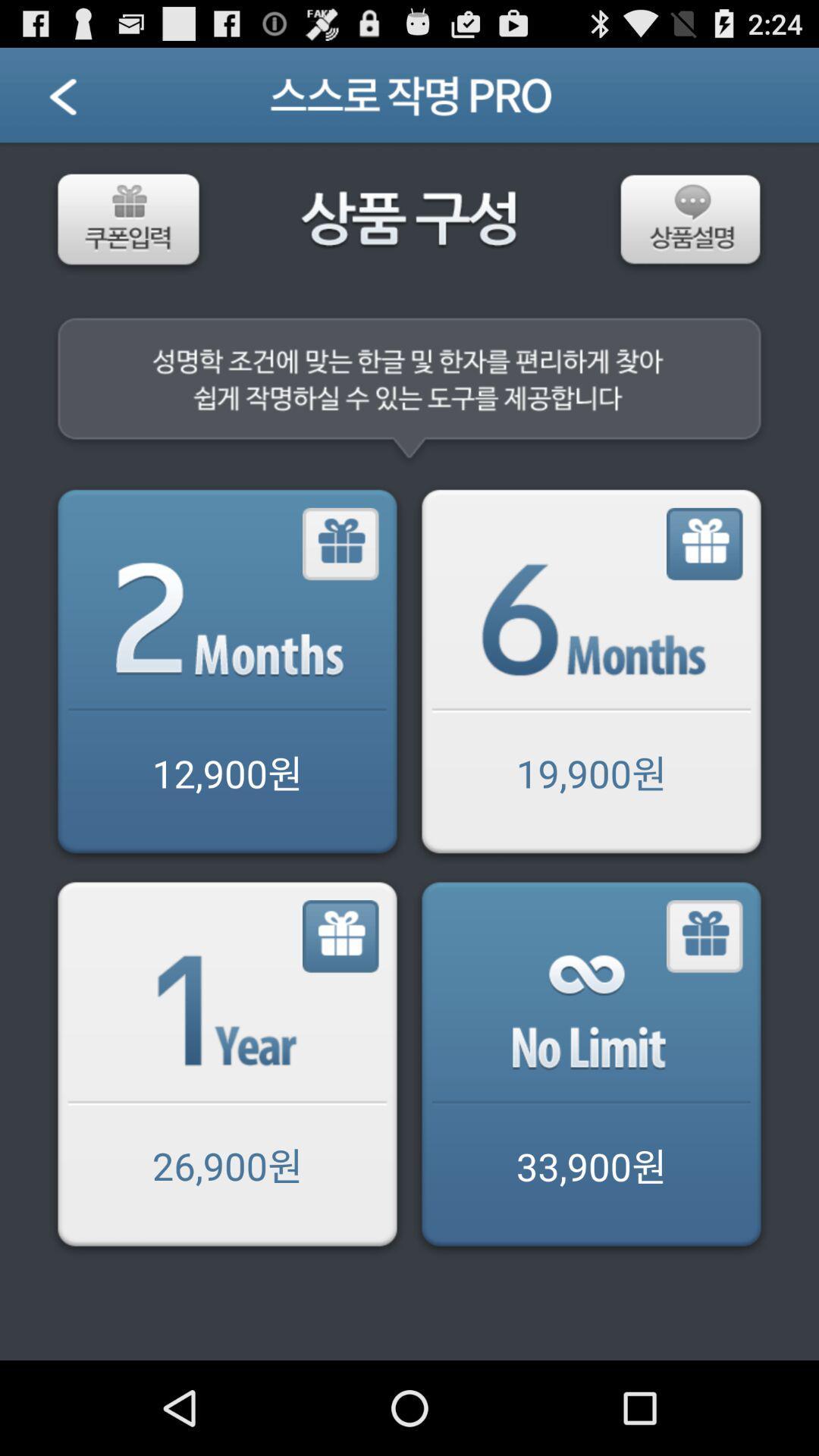 The width and height of the screenshot is (819, 1456). Describe the element at coordinates (82, 100) in the screenshot. I see `previous` at that location.